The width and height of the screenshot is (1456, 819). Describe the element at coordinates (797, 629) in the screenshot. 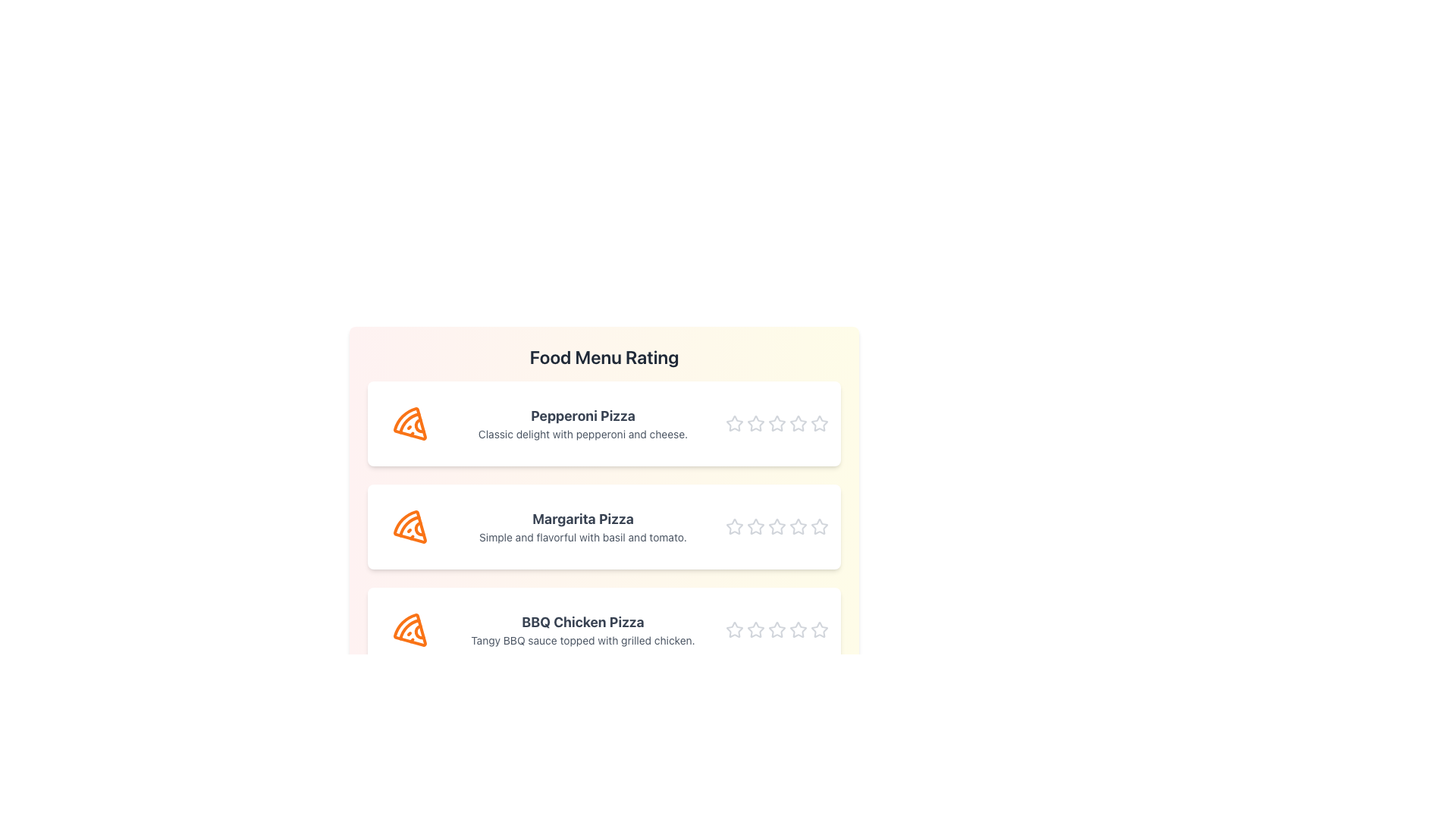

I see `the fourth star icon in the rating section for the 'BBQ Chicken Pizza' to assign a rating` at that location.